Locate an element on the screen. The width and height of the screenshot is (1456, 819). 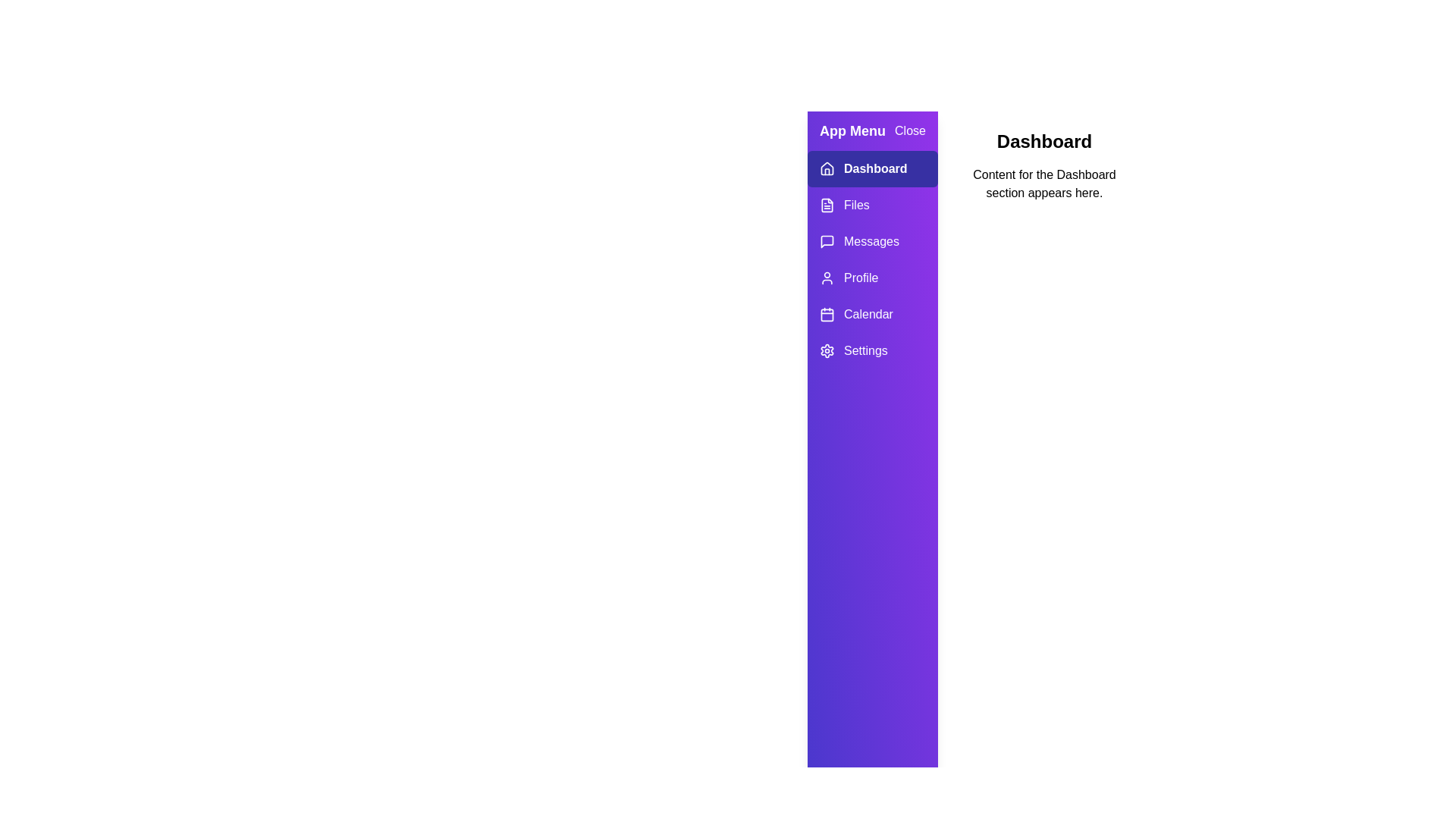
the tab labeled Calendar in the drawer is located at coordinates (873, 314).